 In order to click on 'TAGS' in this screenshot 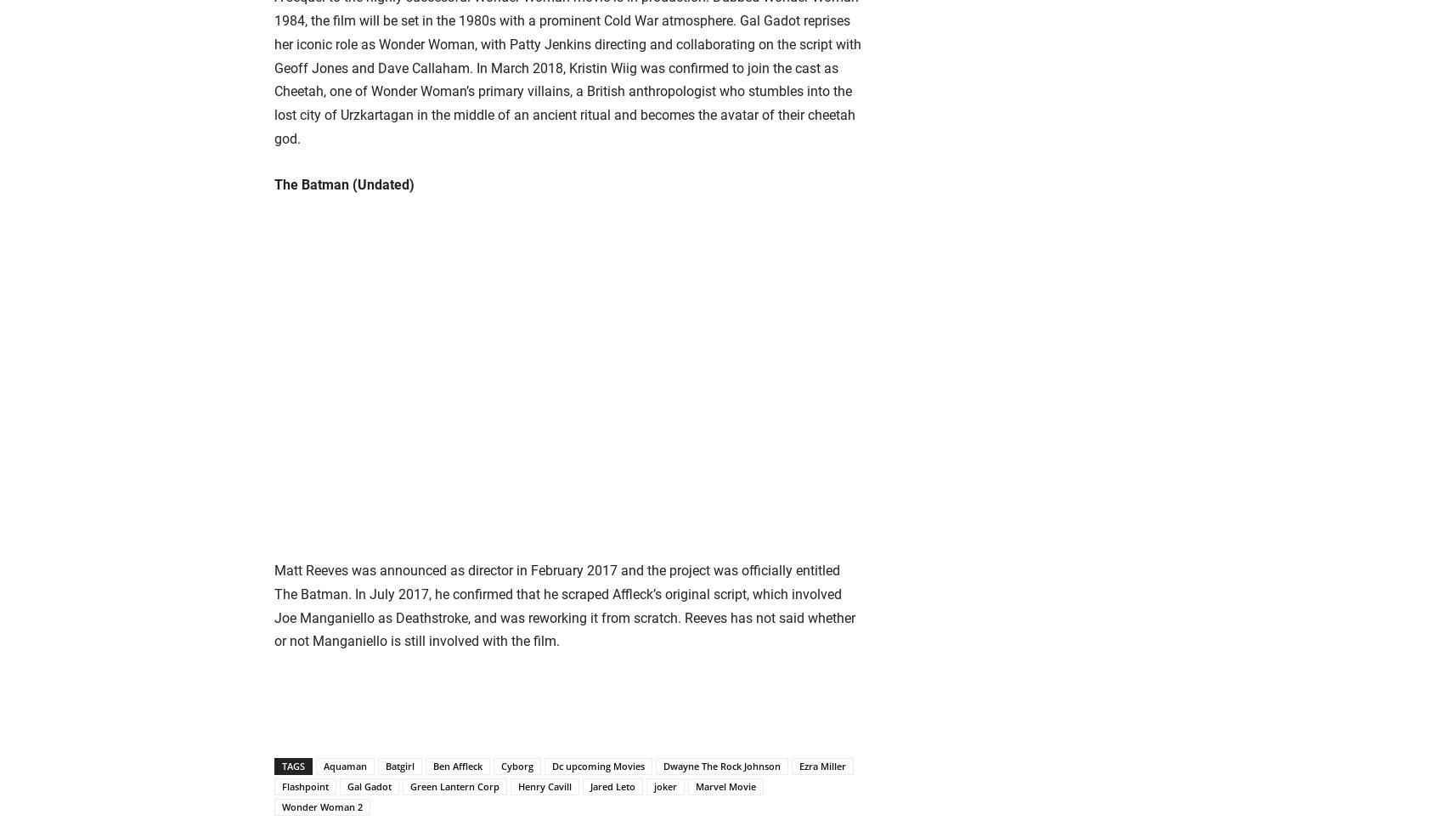, I will do `click(292, 766)`.